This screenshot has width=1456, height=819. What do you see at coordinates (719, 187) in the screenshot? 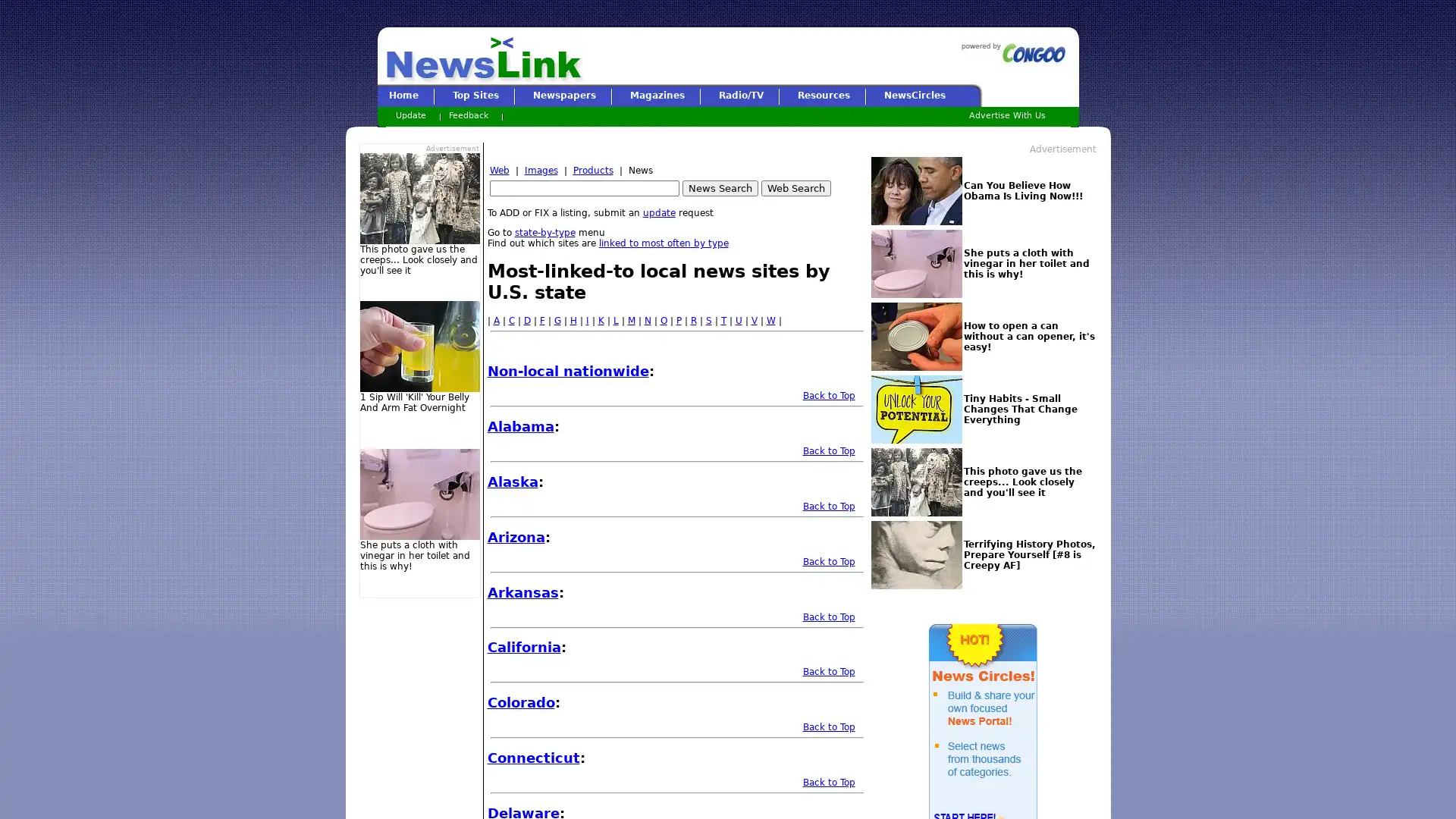
I see `News Search` at bounding box center [719, 187].